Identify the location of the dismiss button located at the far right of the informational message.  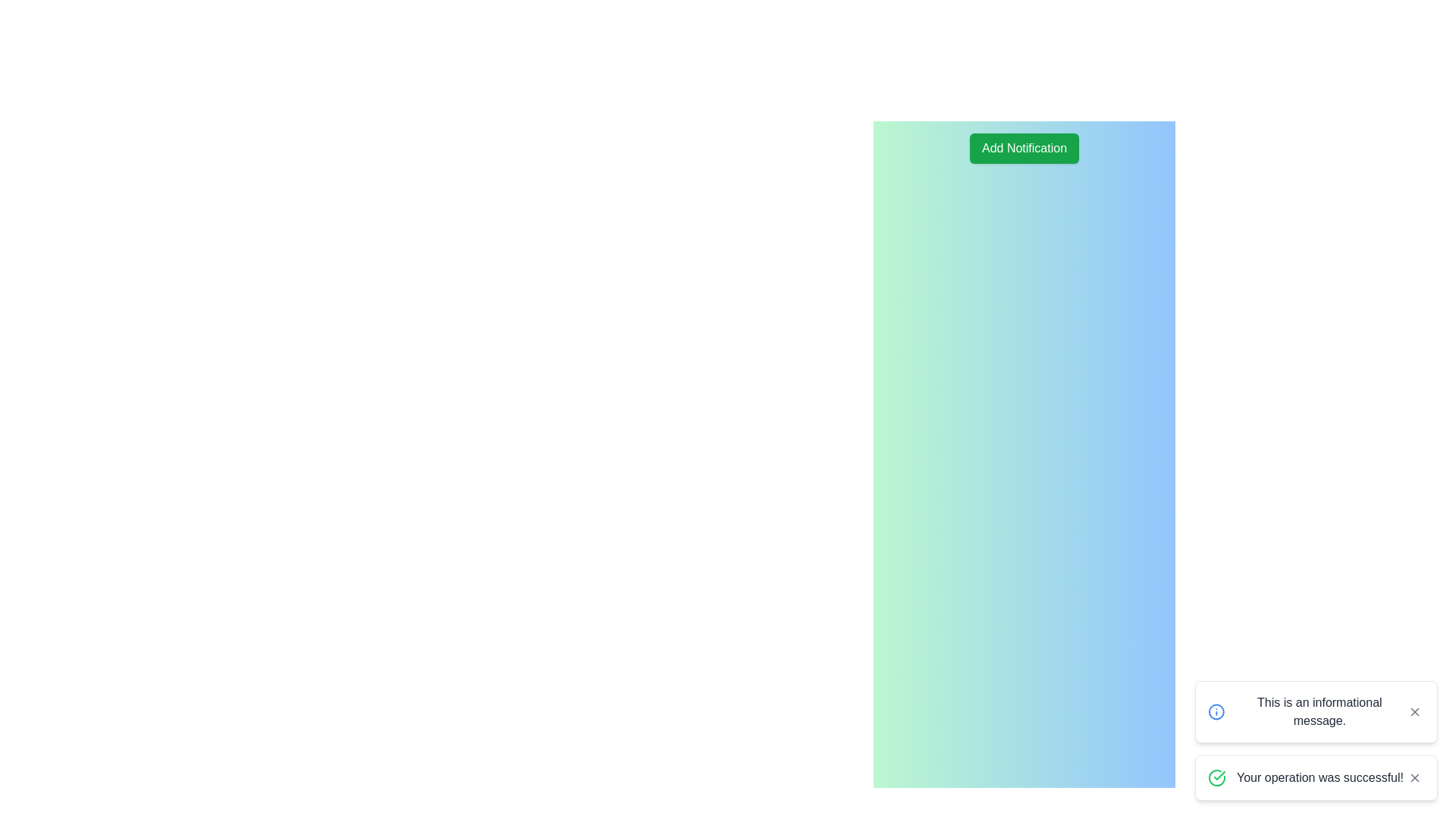
(1414, 711).